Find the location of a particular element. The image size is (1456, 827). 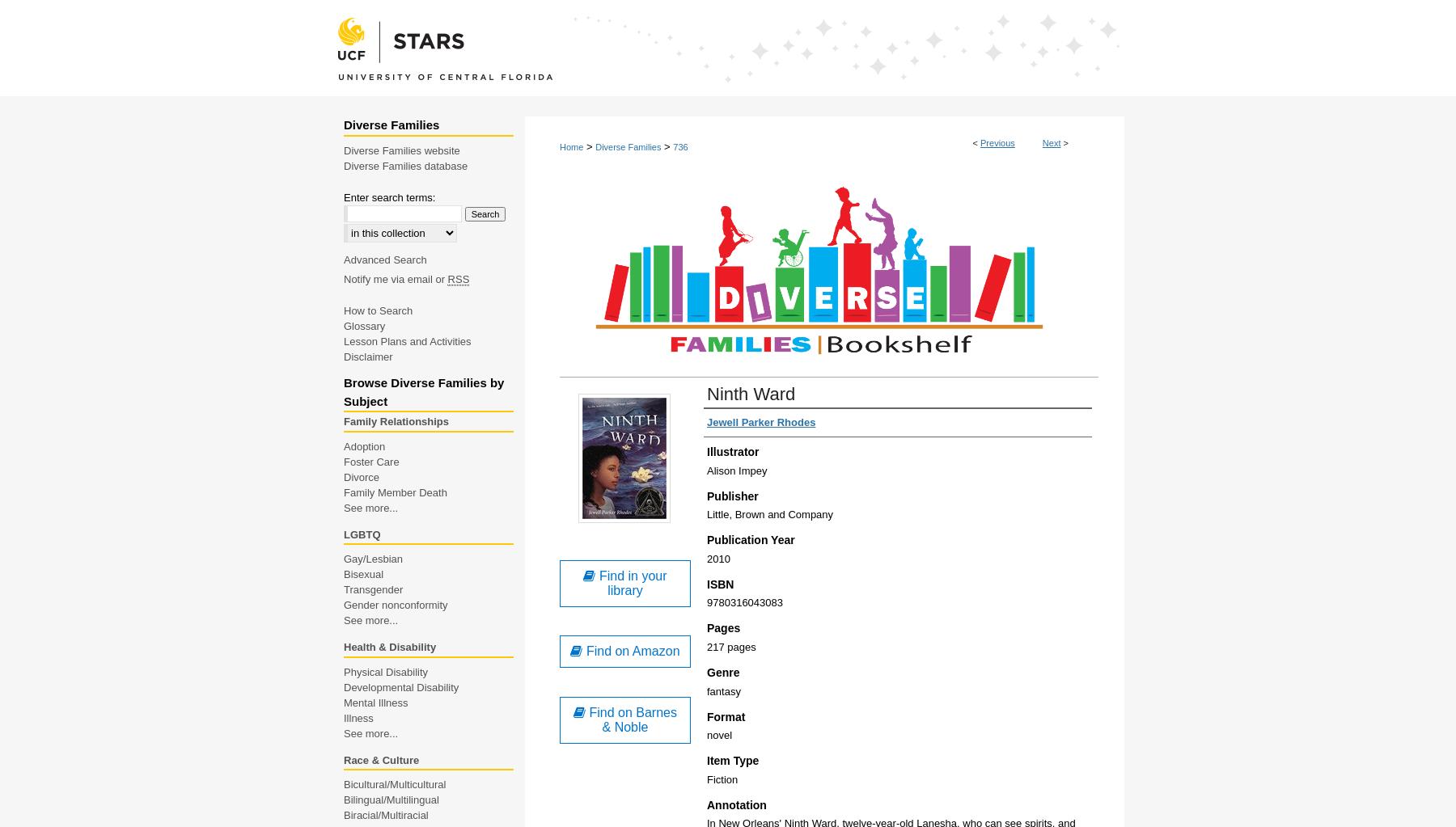

'Divorce' is located at coordinates (361, 476).